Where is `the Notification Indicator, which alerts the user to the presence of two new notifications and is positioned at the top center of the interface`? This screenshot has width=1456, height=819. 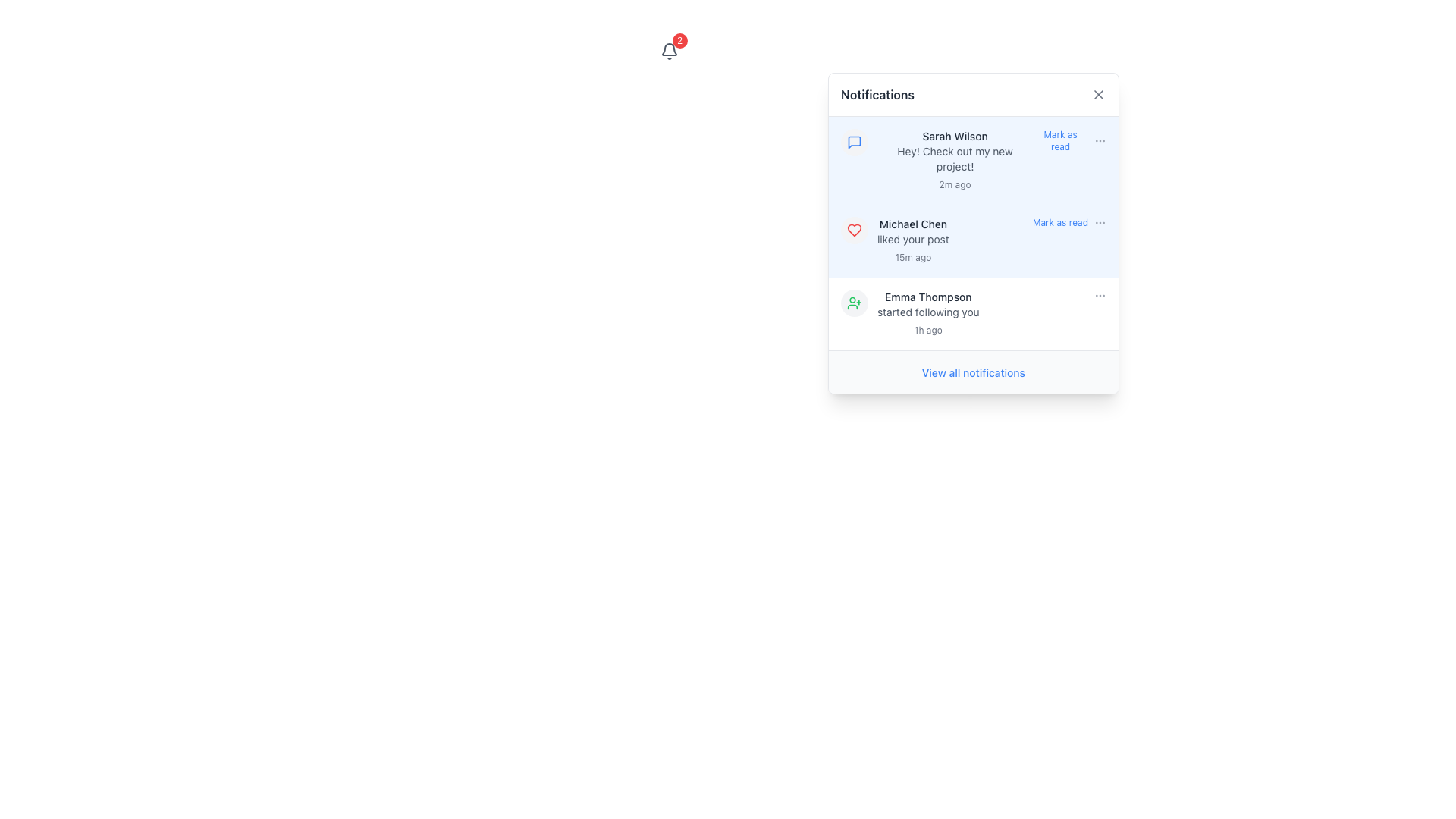
the Notification Indicator, which alerts the user to the presence of two new notifications and is positioned at the top center of the interface is located at coordinates (668, 51).